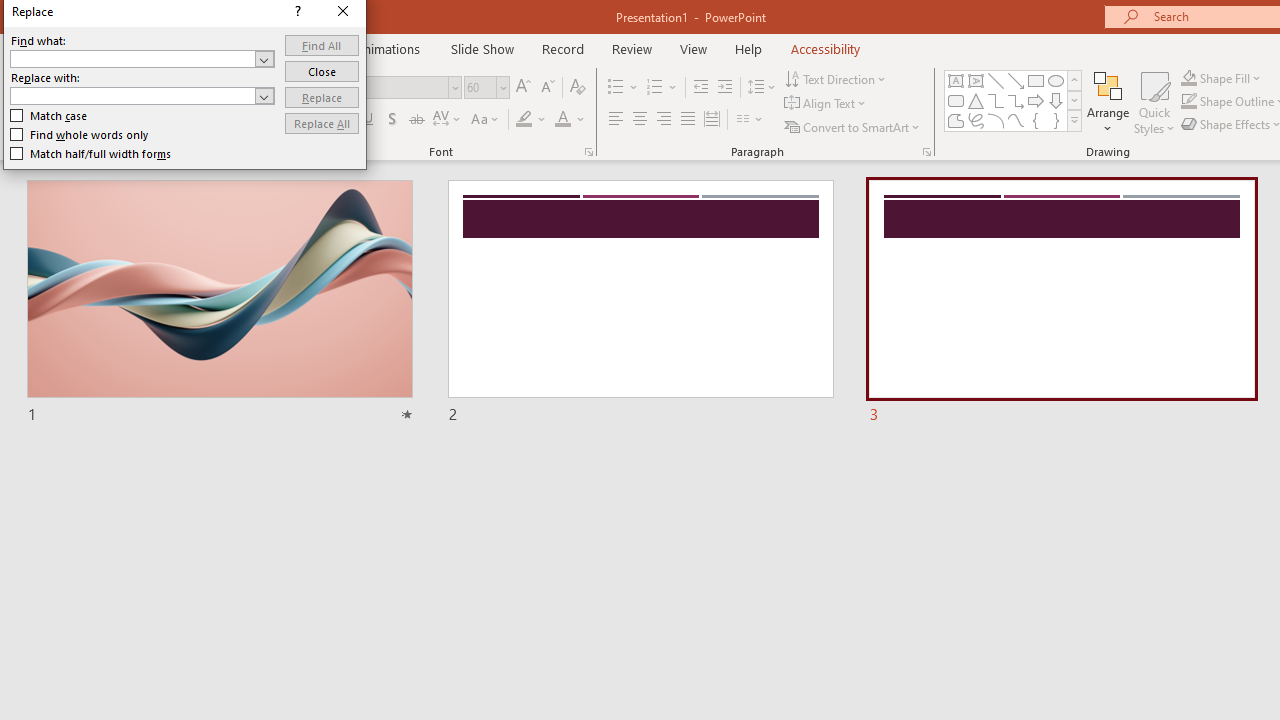  Describe the element at coordinates (1055, 80) in the screenshot. I see `'Oval'` at that location.